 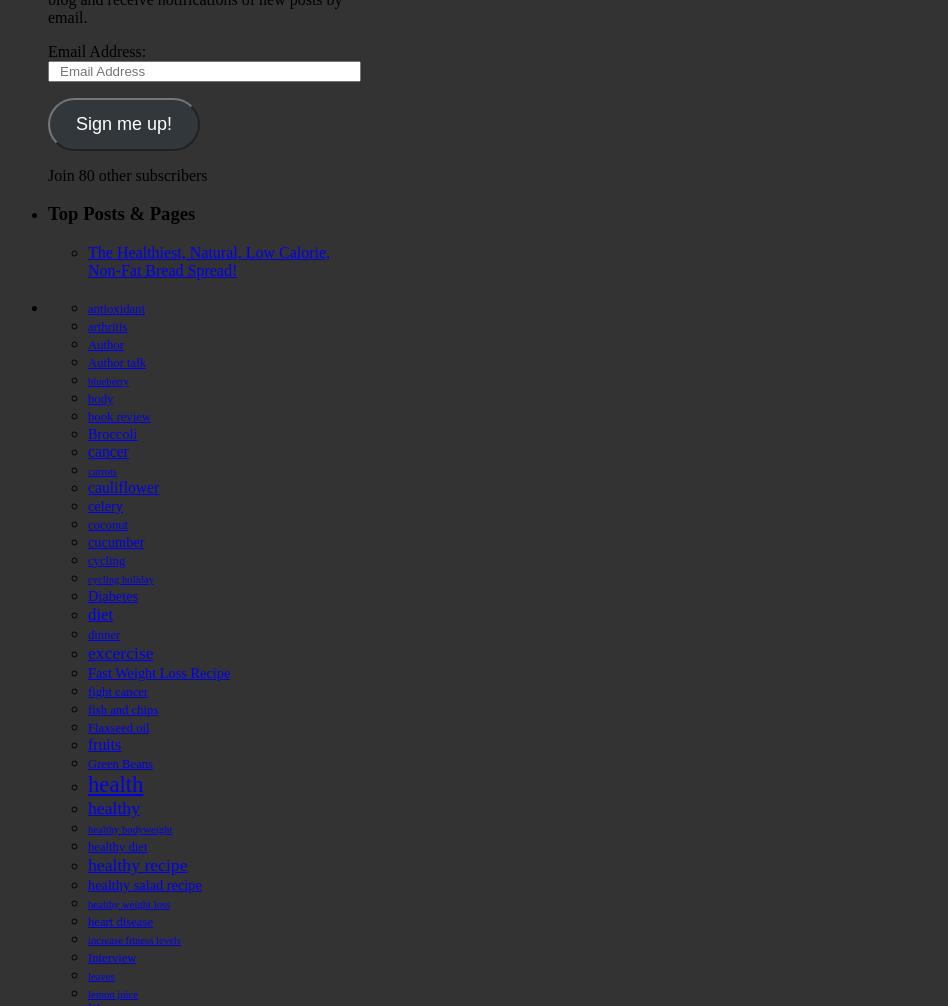 I want to click on 'Interview', so click(x=111, y=956).